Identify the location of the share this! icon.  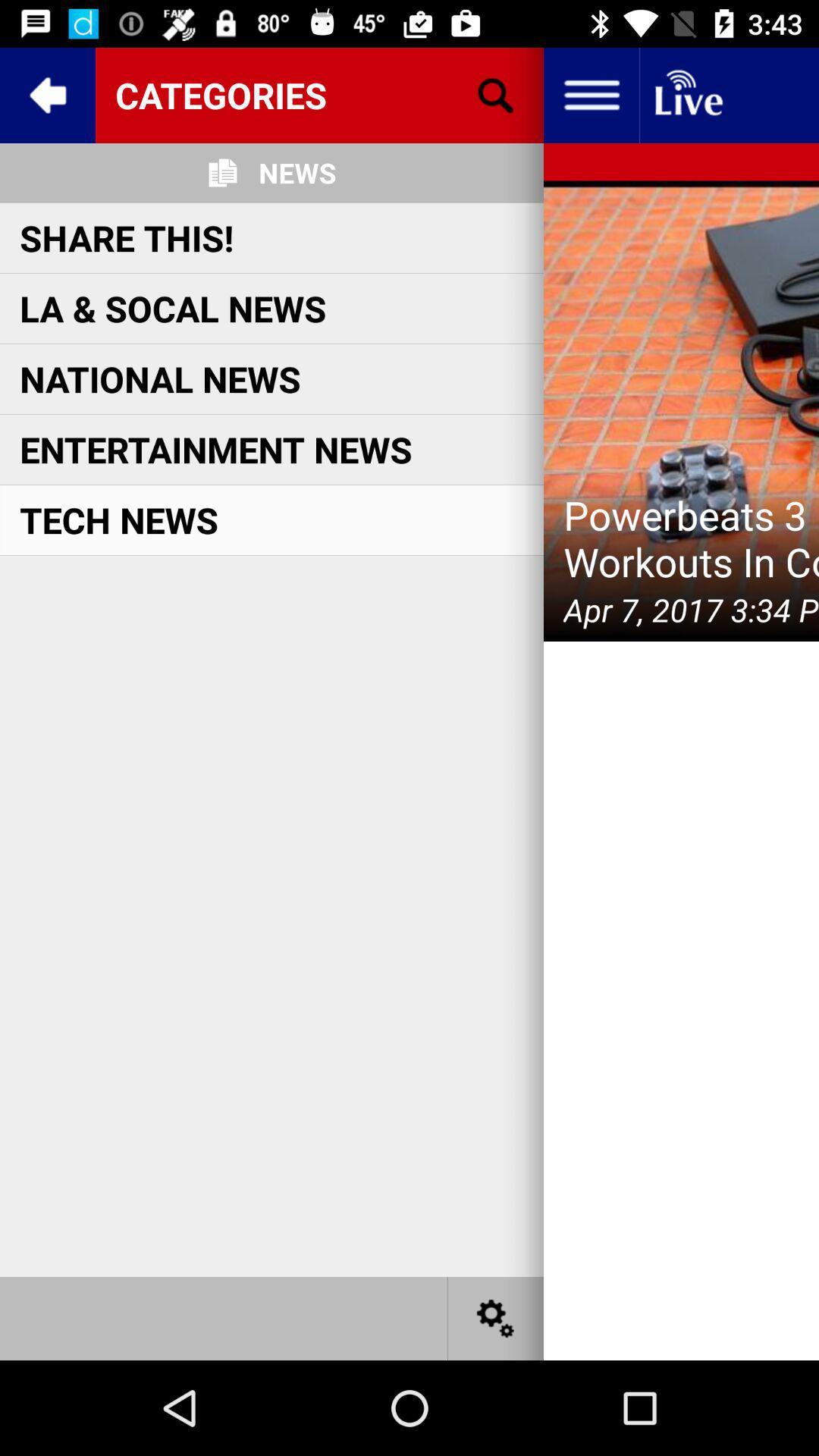
(126, 237).